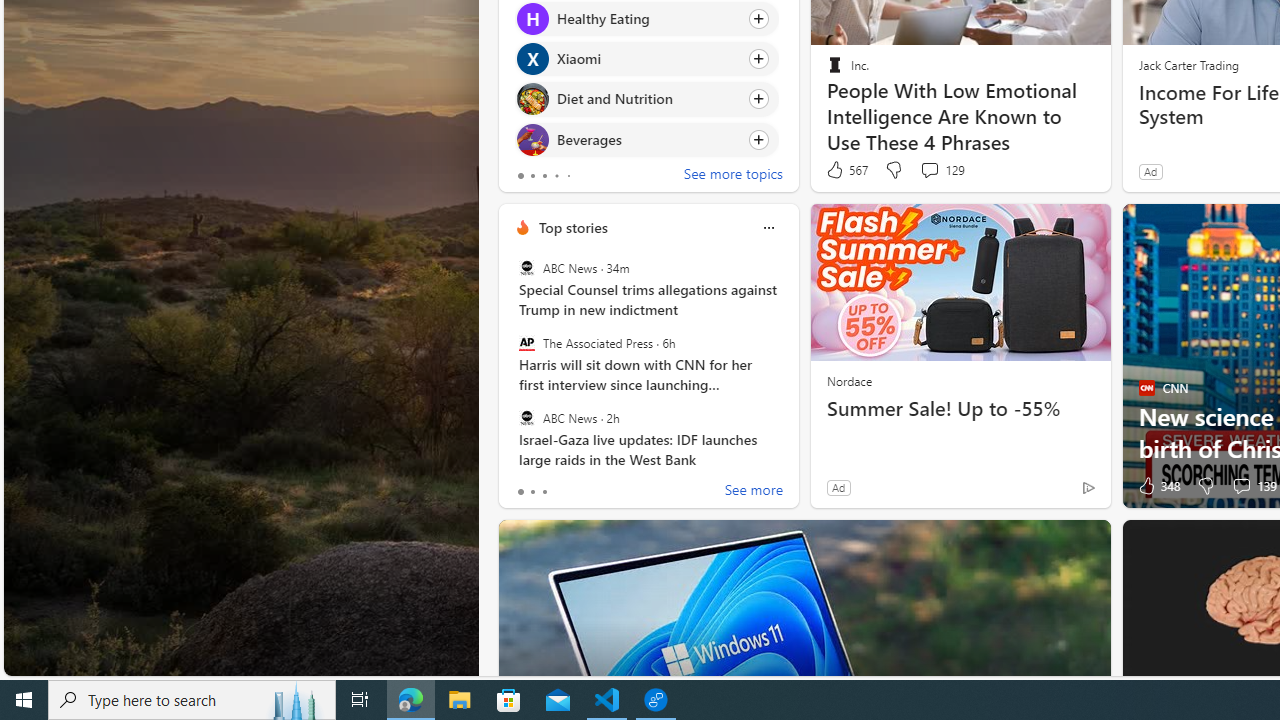 The width and height of the screenshot is (1280, 720). What do you see at coordinates (526, 342) in the screenshot?
I see `'The Associated Press'` at bounding box center [526, 342].